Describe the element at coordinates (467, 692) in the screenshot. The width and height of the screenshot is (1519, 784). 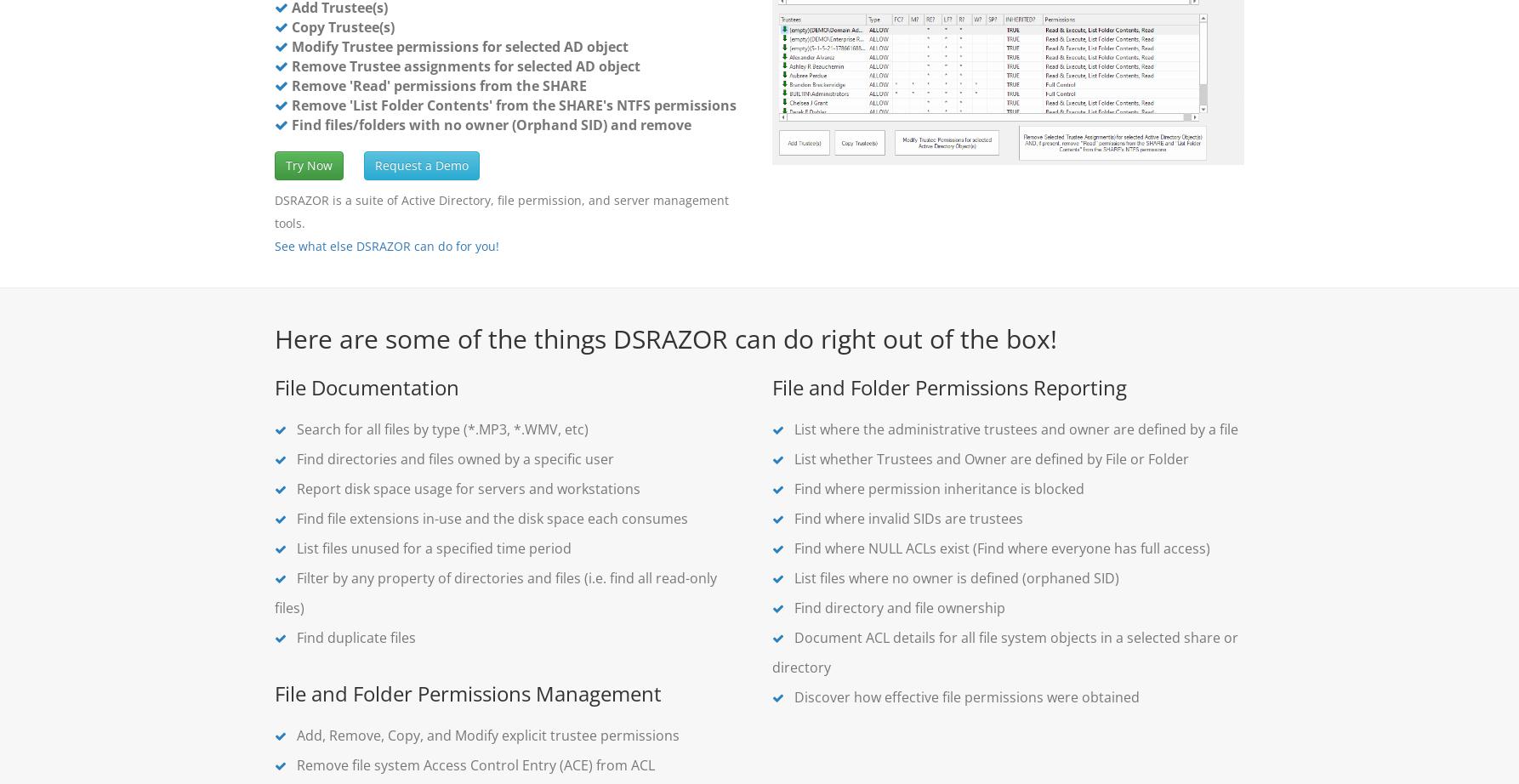
I see `'File and Folder Permissions Management'` at that location.